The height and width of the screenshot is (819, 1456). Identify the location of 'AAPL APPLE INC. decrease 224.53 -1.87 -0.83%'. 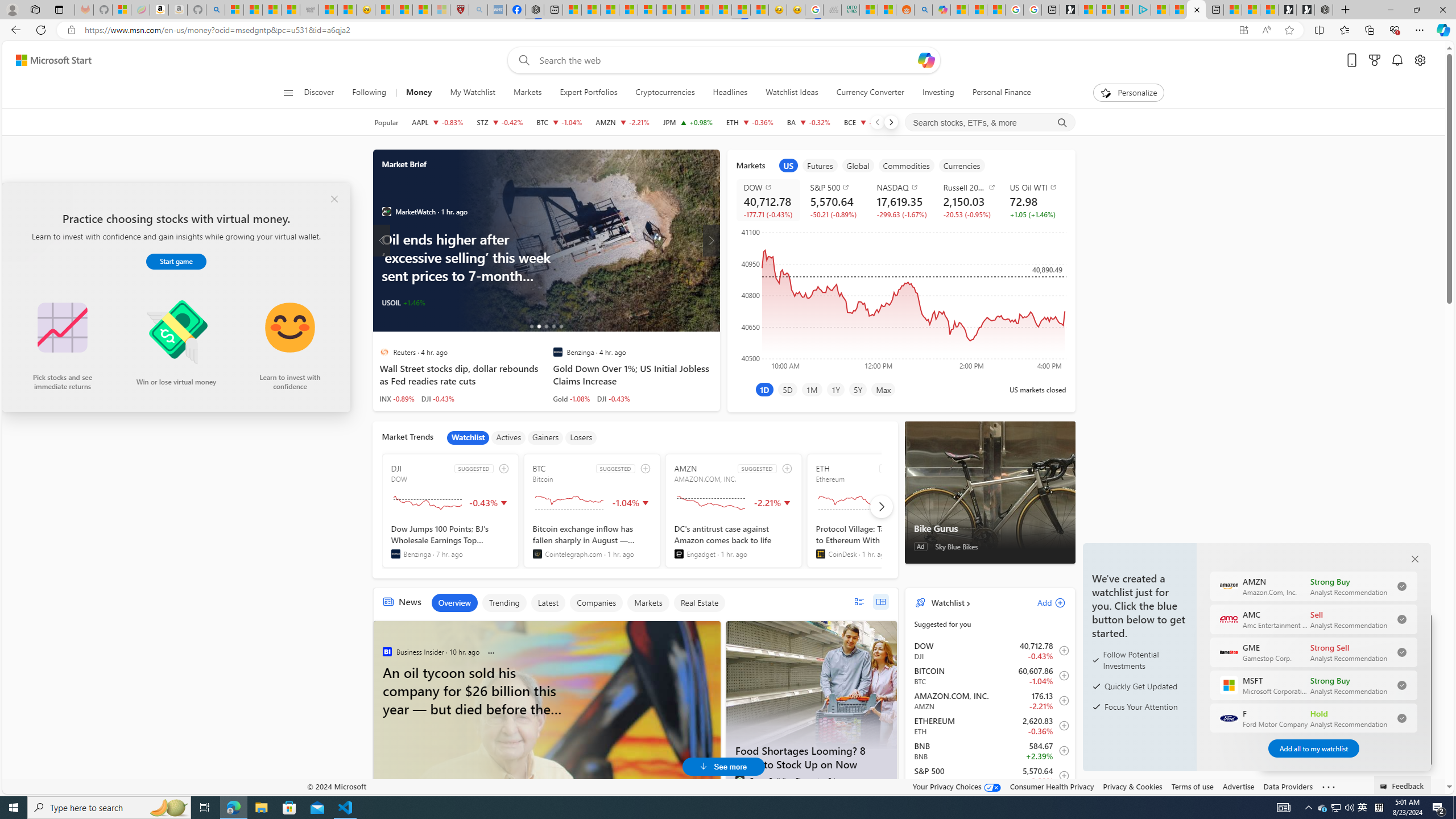
(437, 122).